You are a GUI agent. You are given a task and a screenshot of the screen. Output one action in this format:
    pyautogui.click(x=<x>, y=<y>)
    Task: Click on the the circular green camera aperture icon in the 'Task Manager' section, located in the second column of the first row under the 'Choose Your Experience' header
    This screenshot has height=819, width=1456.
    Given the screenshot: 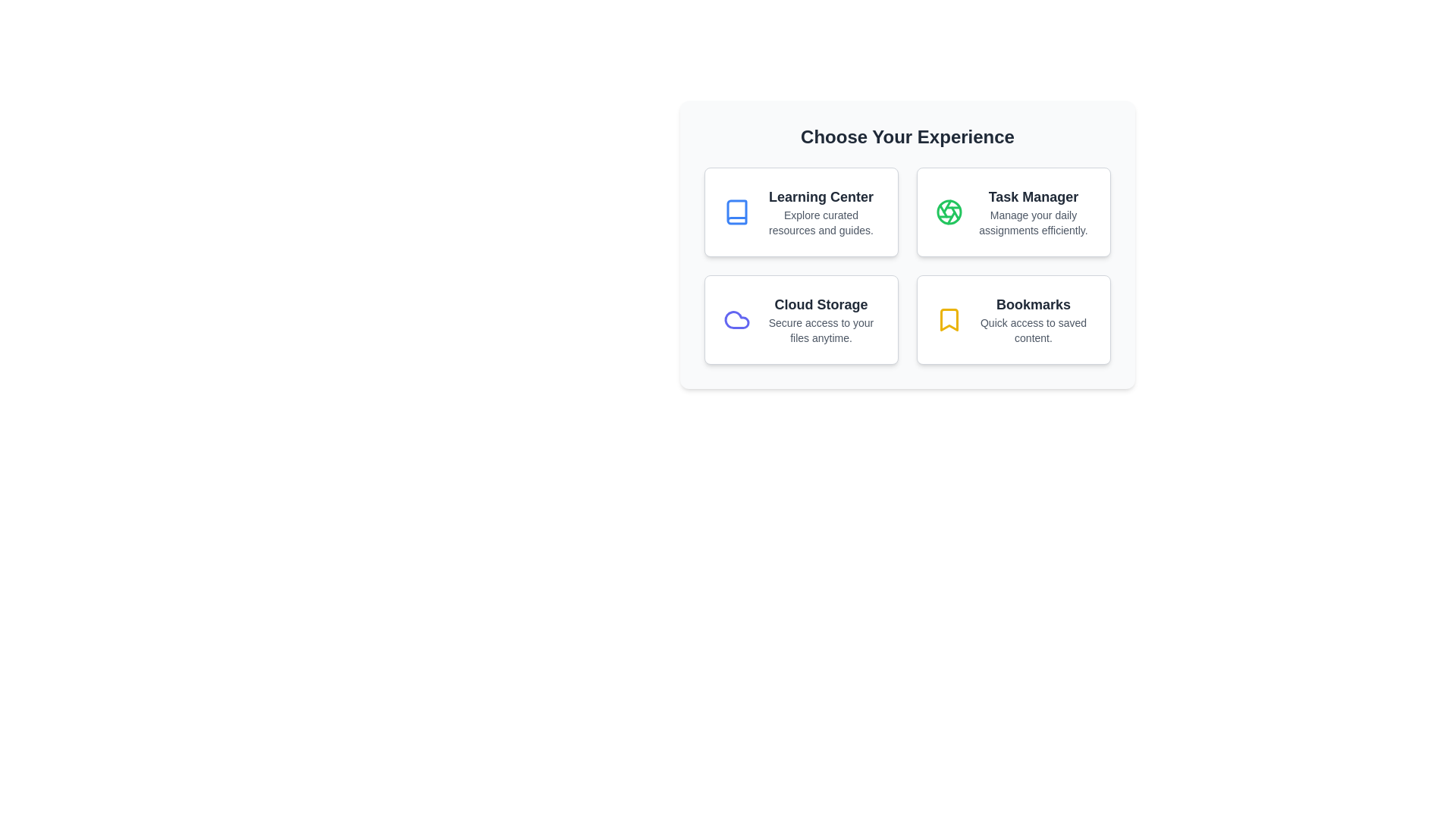 What is the action you would take?
    pyautogui.click(x=949, y=212)
    